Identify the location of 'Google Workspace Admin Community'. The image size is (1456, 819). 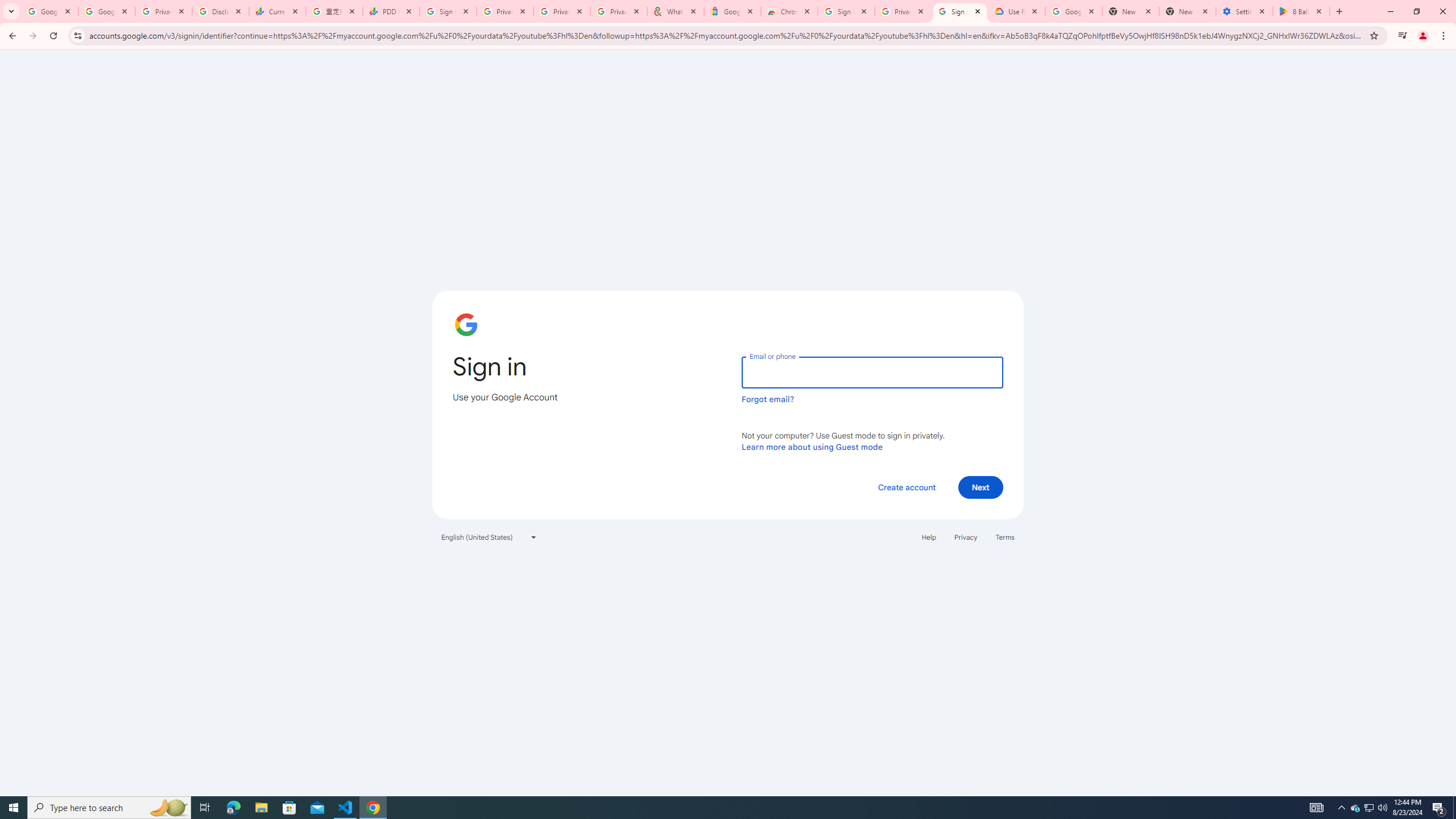
(49, 11).